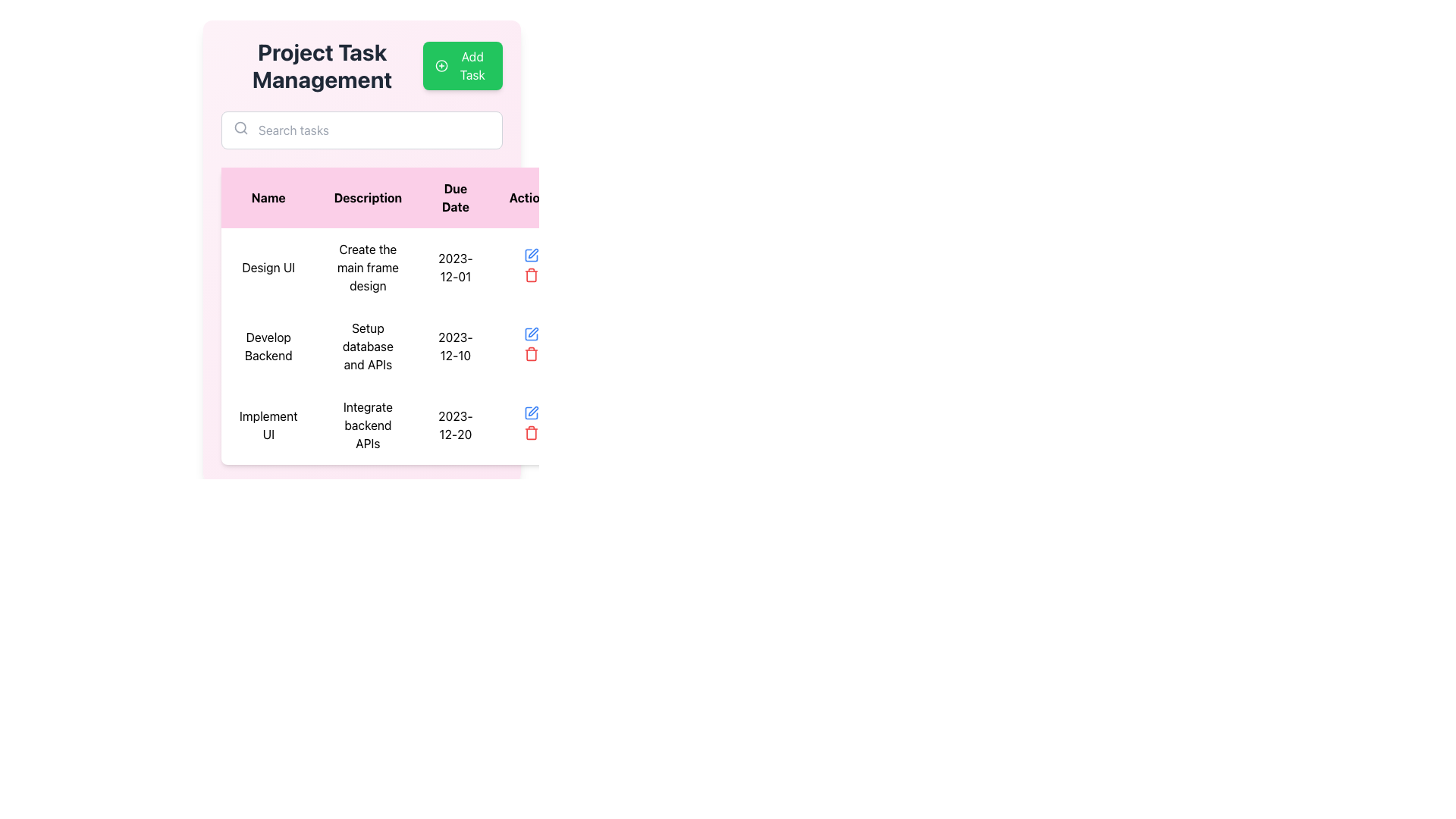  Describe the element at coordinates (454, 197) in the screenshot. I see `the static label reading 'Due Date' with a pink background, positioned in the header row between 'Description' and 'Actions'` at that location.